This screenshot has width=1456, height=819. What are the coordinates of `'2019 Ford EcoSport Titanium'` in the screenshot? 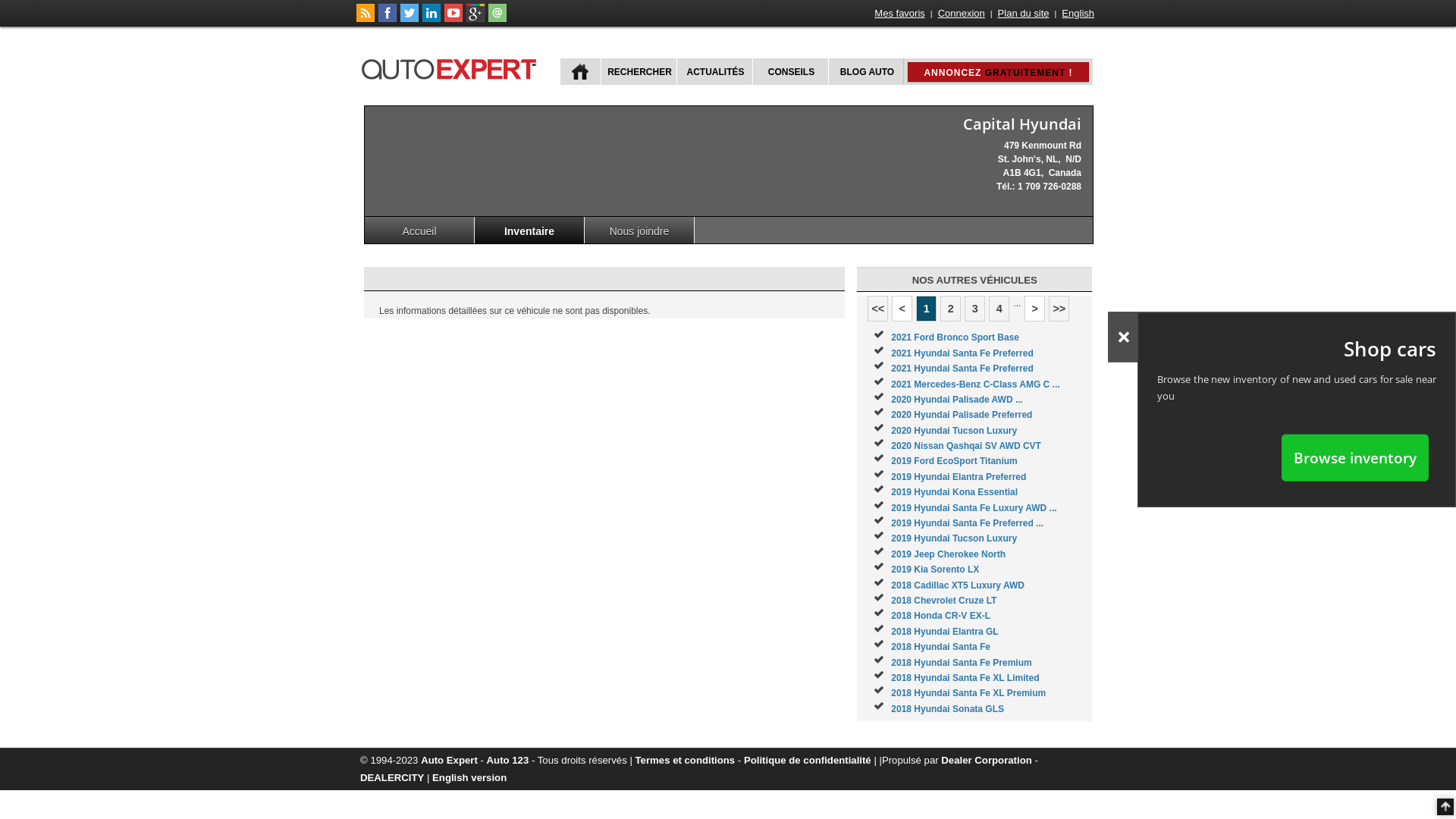 It's located at (952, 460).